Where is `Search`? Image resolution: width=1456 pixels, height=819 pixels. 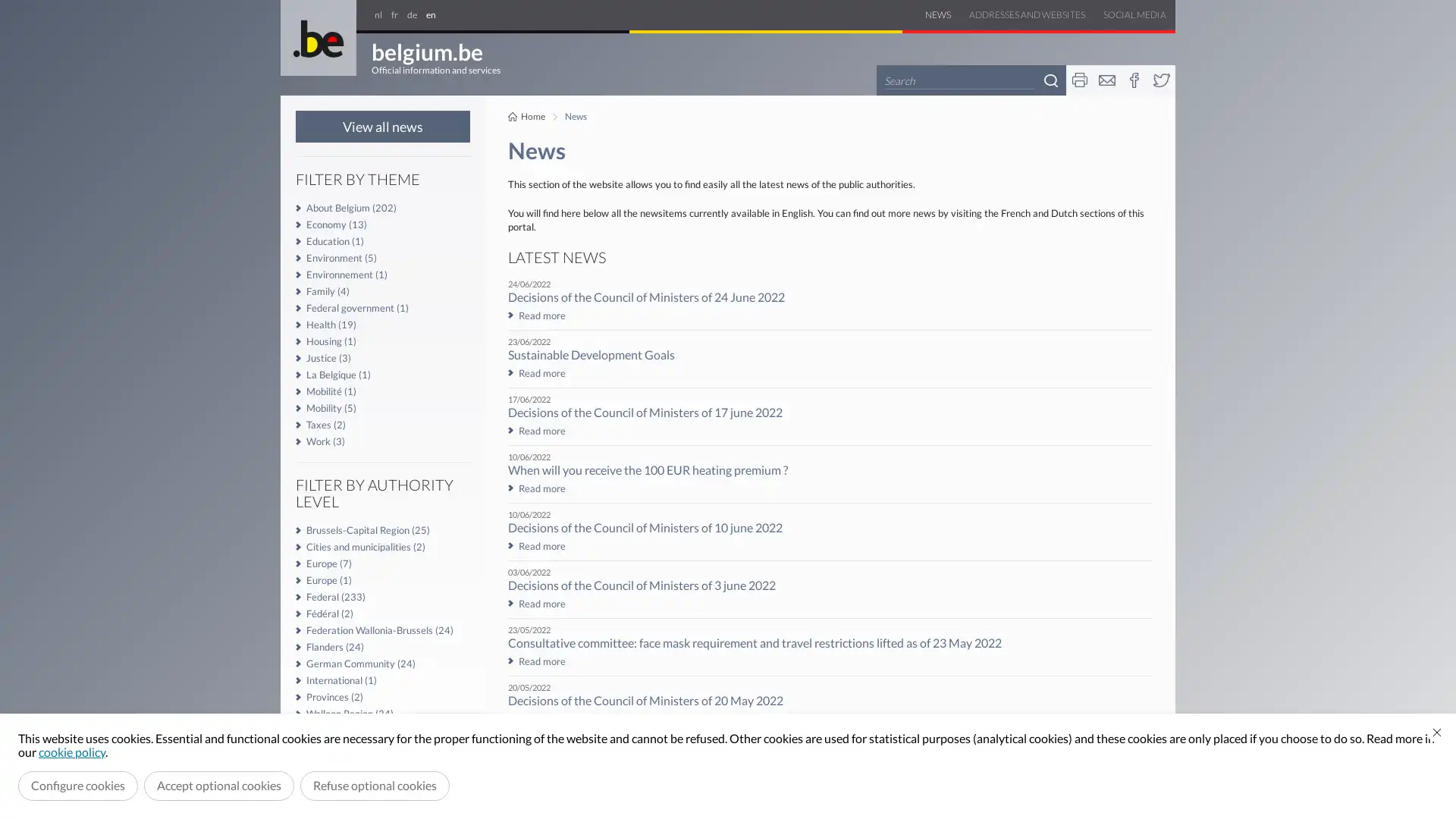 Search is located at coordinates (1050, 80).